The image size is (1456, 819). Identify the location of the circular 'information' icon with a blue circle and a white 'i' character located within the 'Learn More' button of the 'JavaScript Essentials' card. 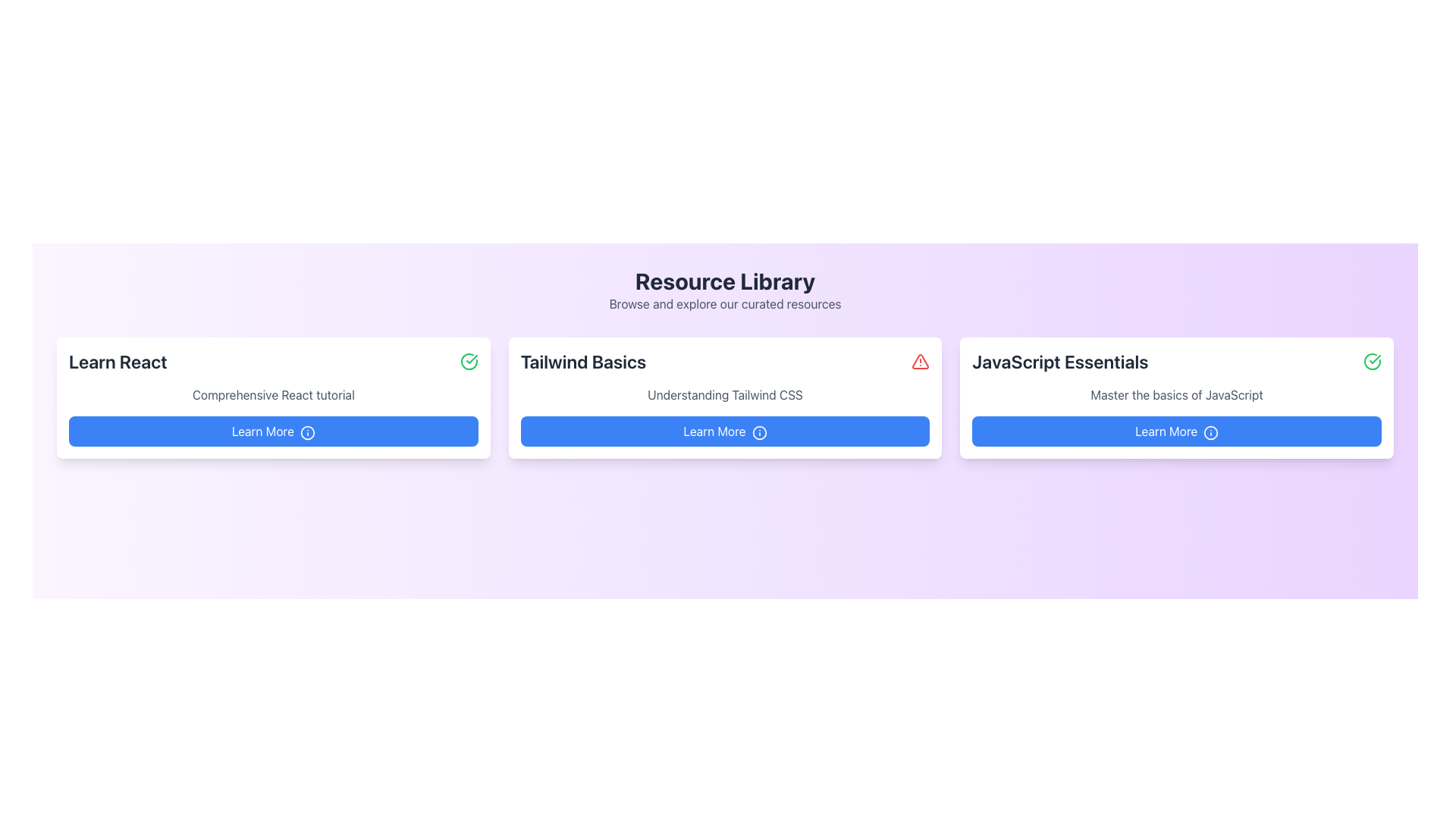
(1210, 432).